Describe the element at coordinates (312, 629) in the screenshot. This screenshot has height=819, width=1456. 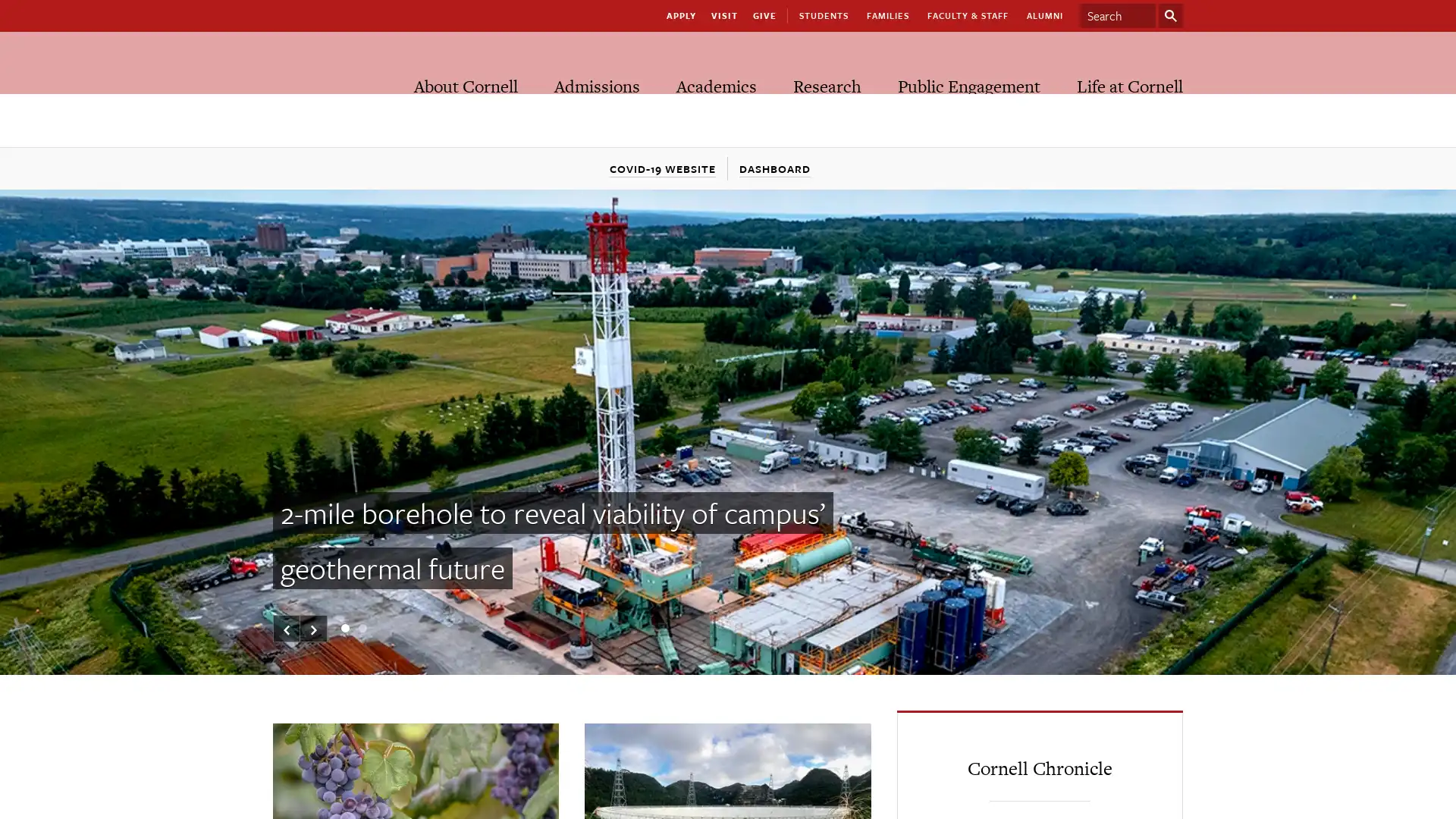
I see `Next slide` at that location.